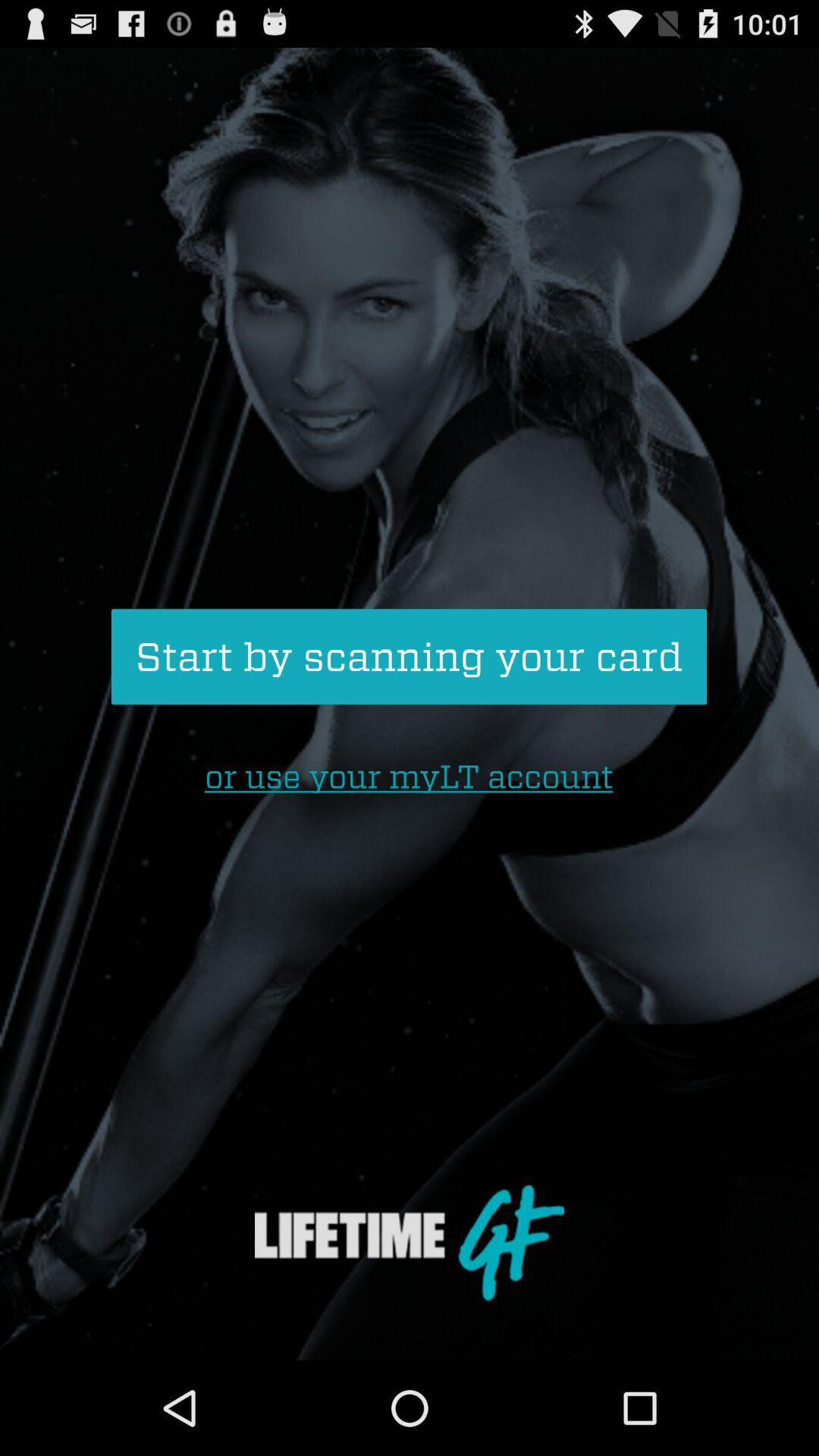 This screenshot has height=1456, width=819. Describe the element at coordinates (408, 657) in the screenshot. I see `the item above the or use your icon` at that location.